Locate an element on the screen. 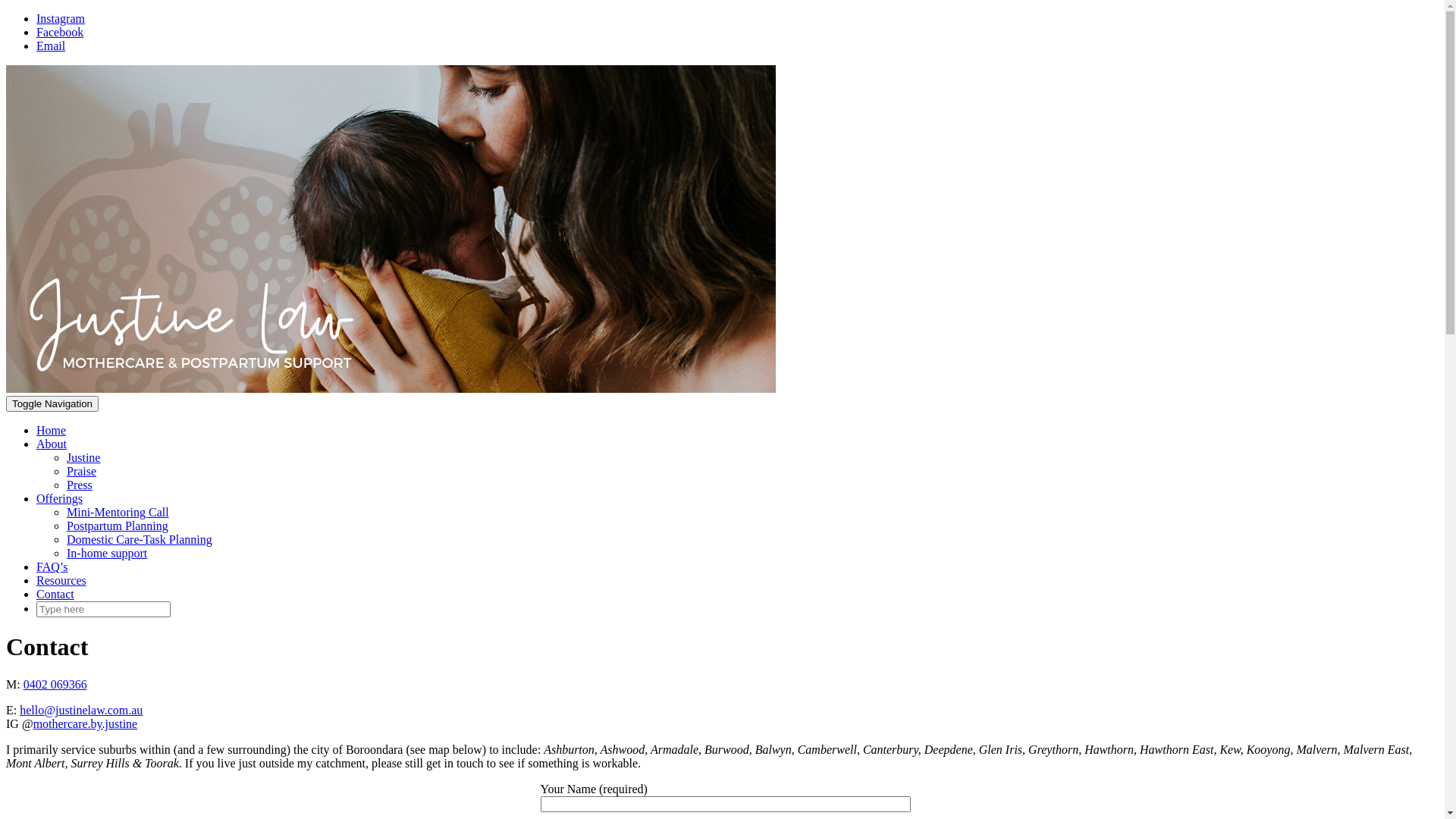  'Press' is located at coordinates (79, 485).